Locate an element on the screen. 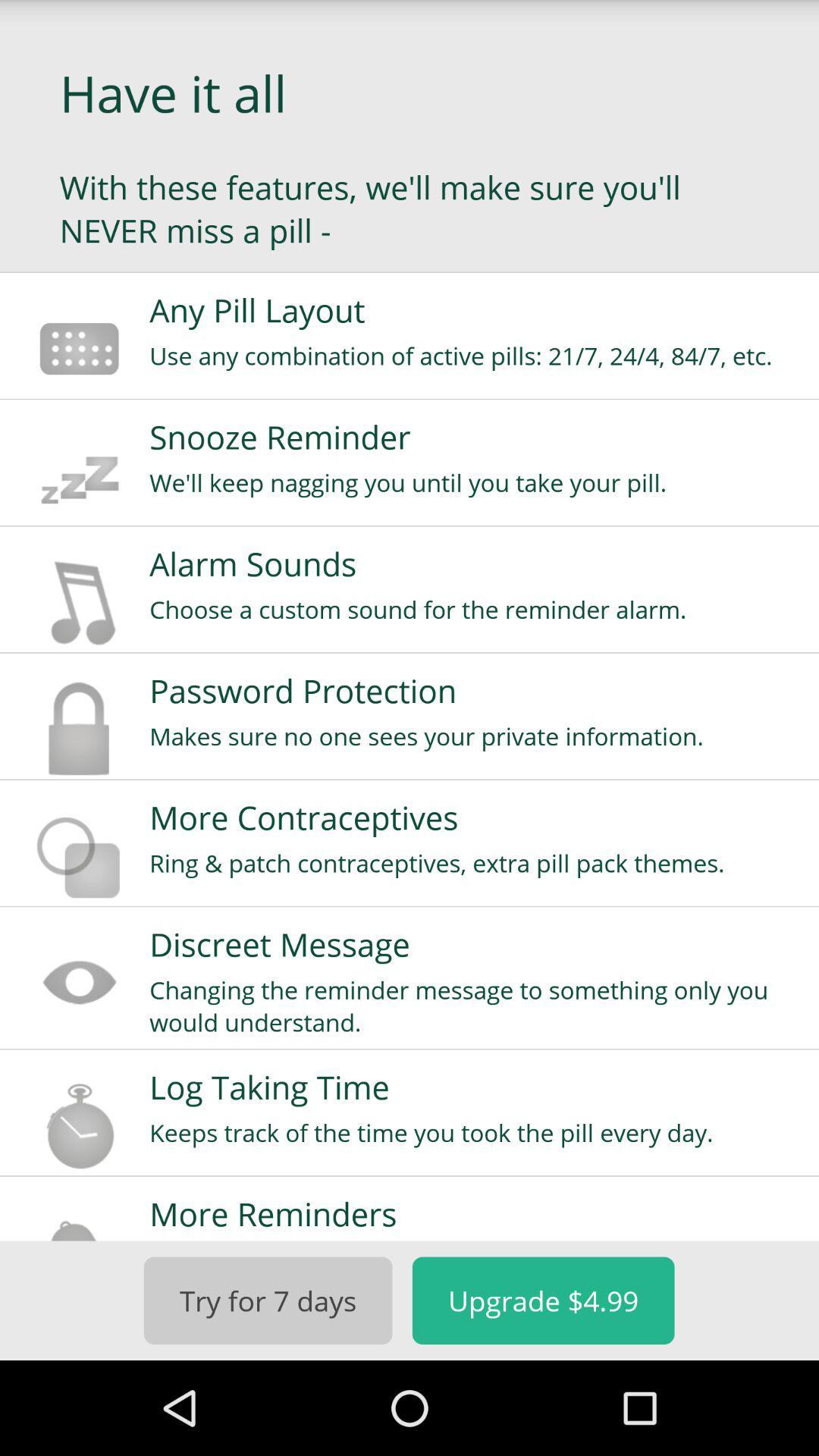 This screenshot has width=819, height=1456. the more reminders icon is located at coordinates (473, 1213).